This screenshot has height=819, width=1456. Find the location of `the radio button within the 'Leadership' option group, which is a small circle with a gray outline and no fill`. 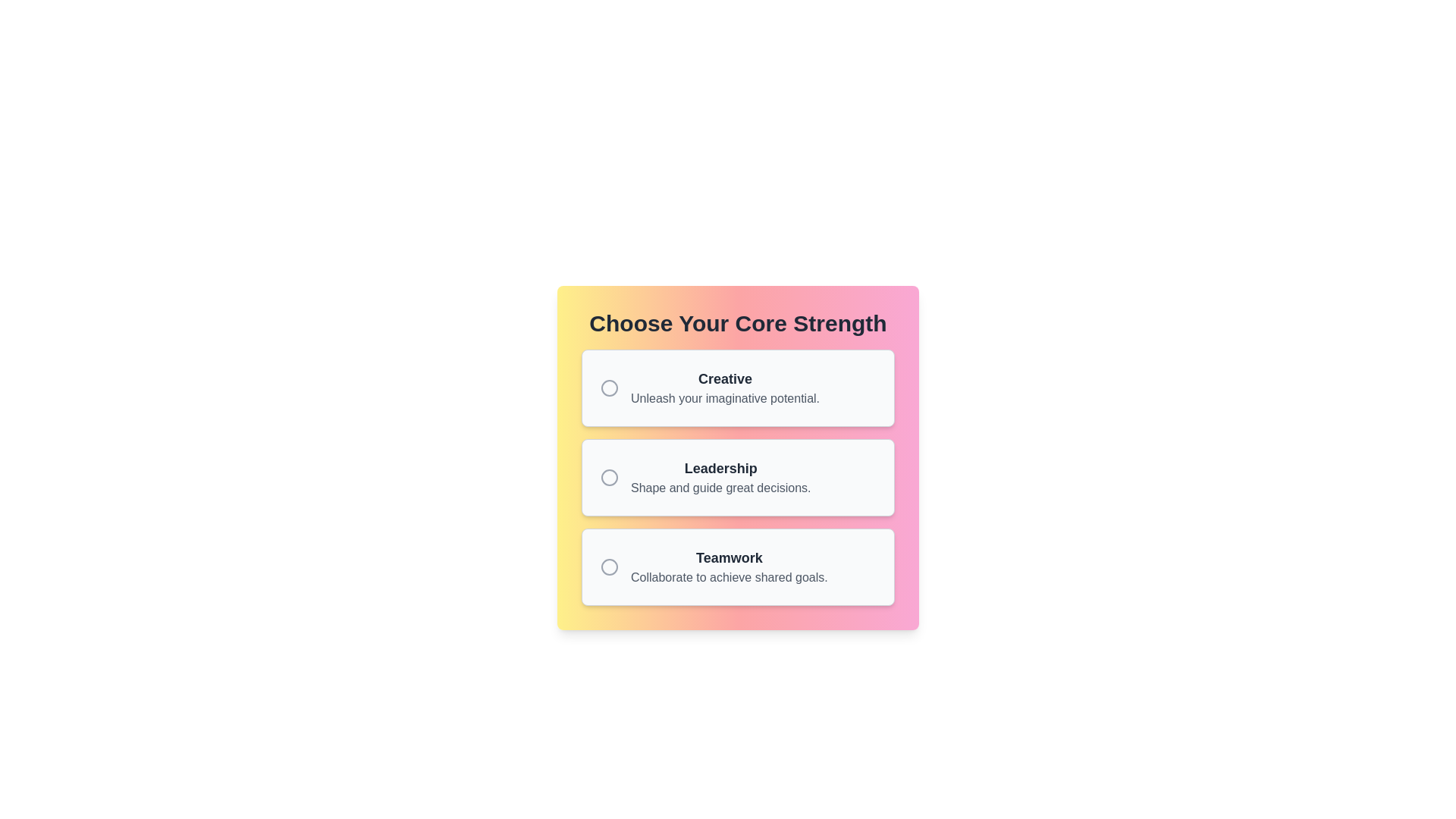

the radio button within the 'Leadership' option group, which is a small circle with a gray outline and no fill is located at coordinates (610, 476).